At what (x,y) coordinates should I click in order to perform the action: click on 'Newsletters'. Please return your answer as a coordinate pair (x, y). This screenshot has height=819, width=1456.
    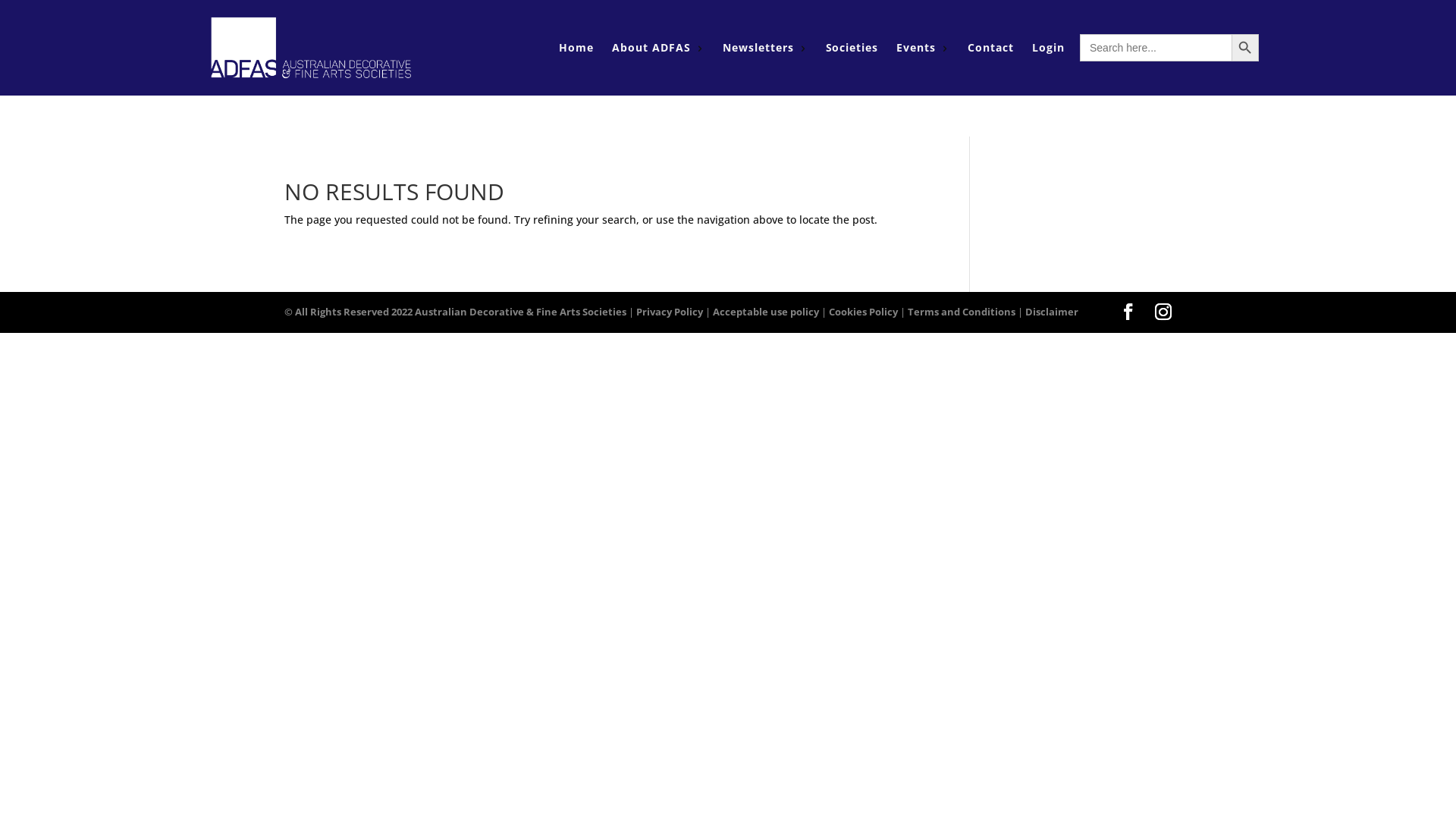
    Looking at the image, I should click on (722, 46).